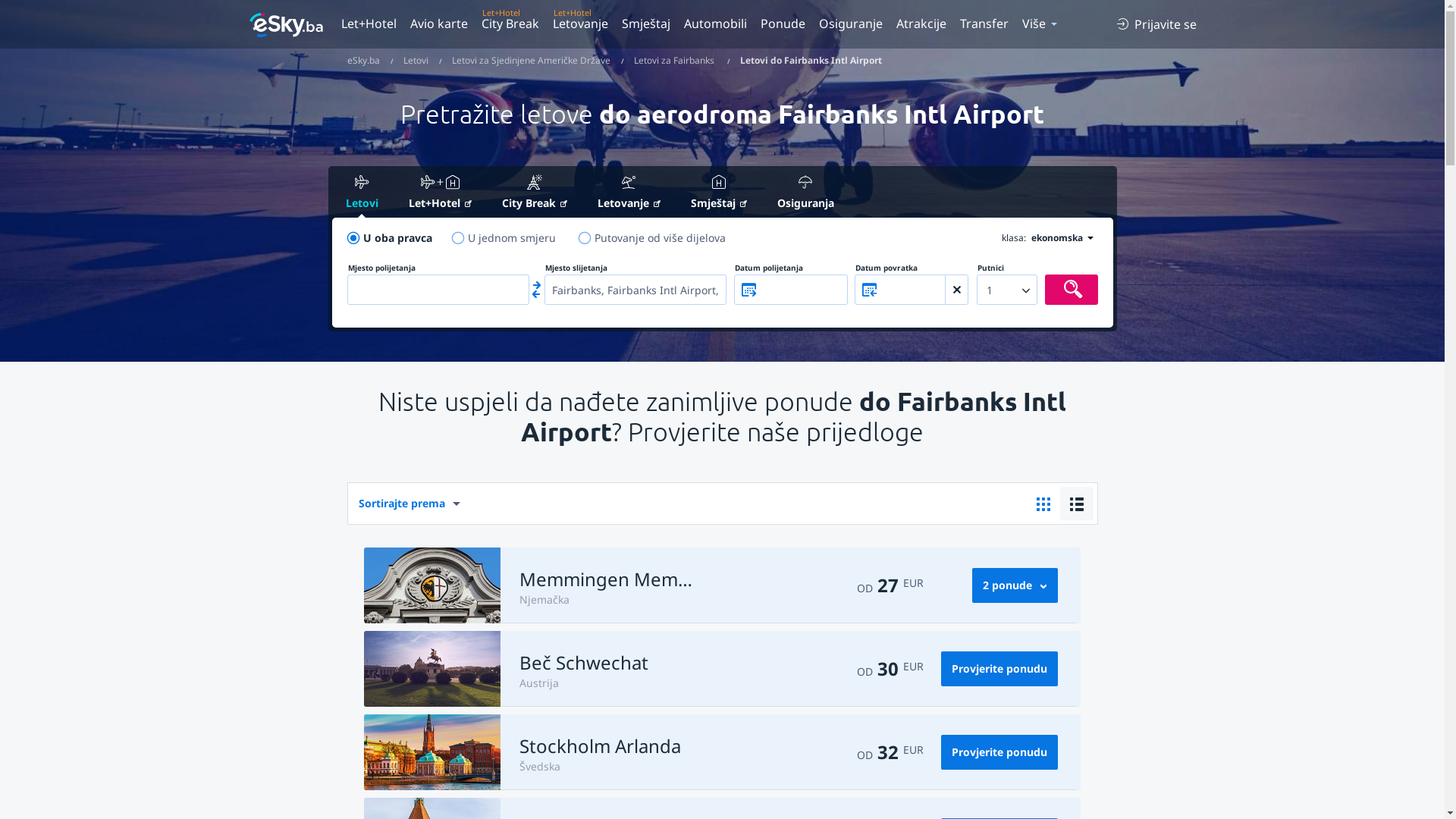 The height and width of the screenshot is (819, 1456). Describe the element at coordinates (920, 23) in the screenshot. I see `'Atrakcije'` at that location.